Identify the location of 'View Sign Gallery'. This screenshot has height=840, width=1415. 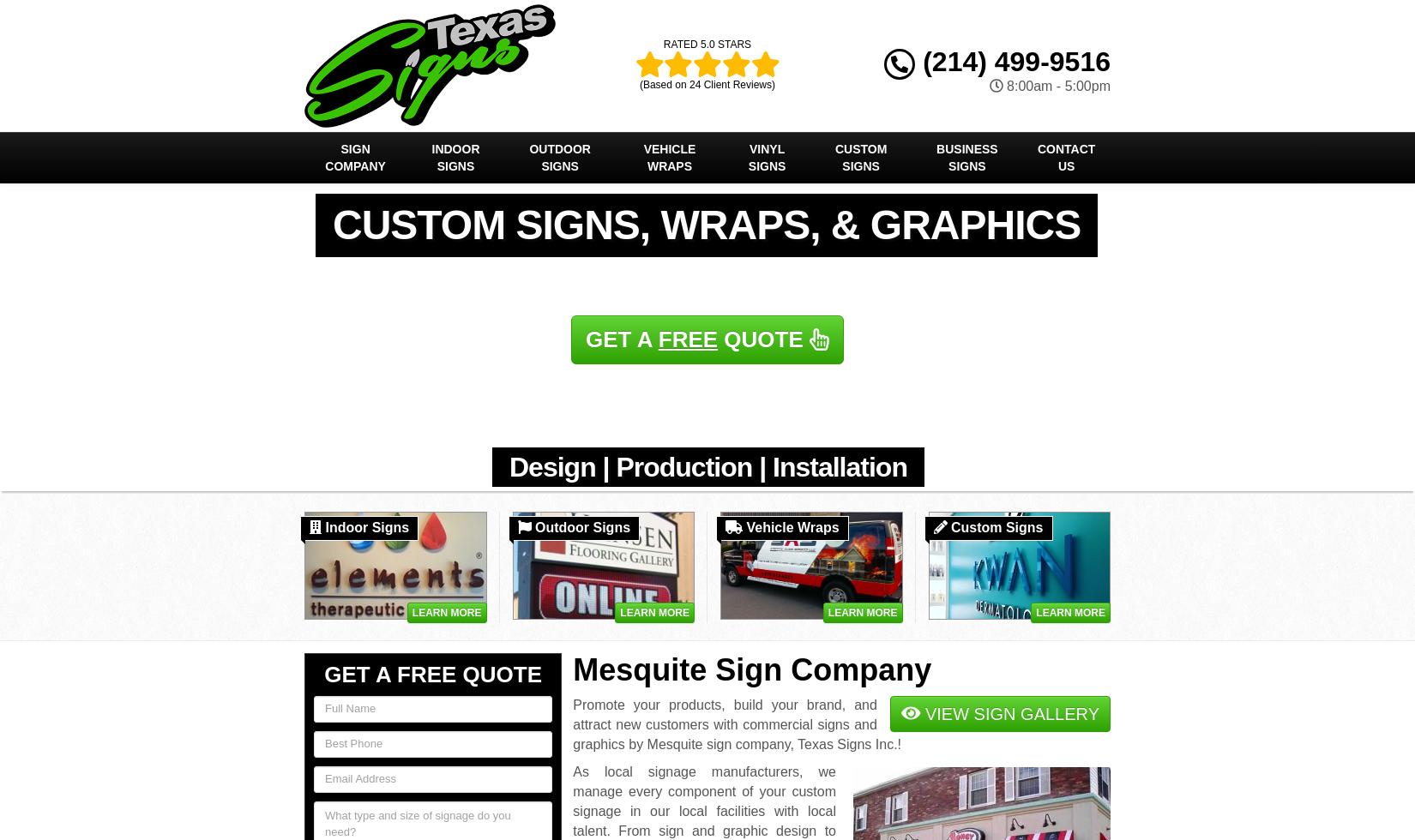
(1009, 713).